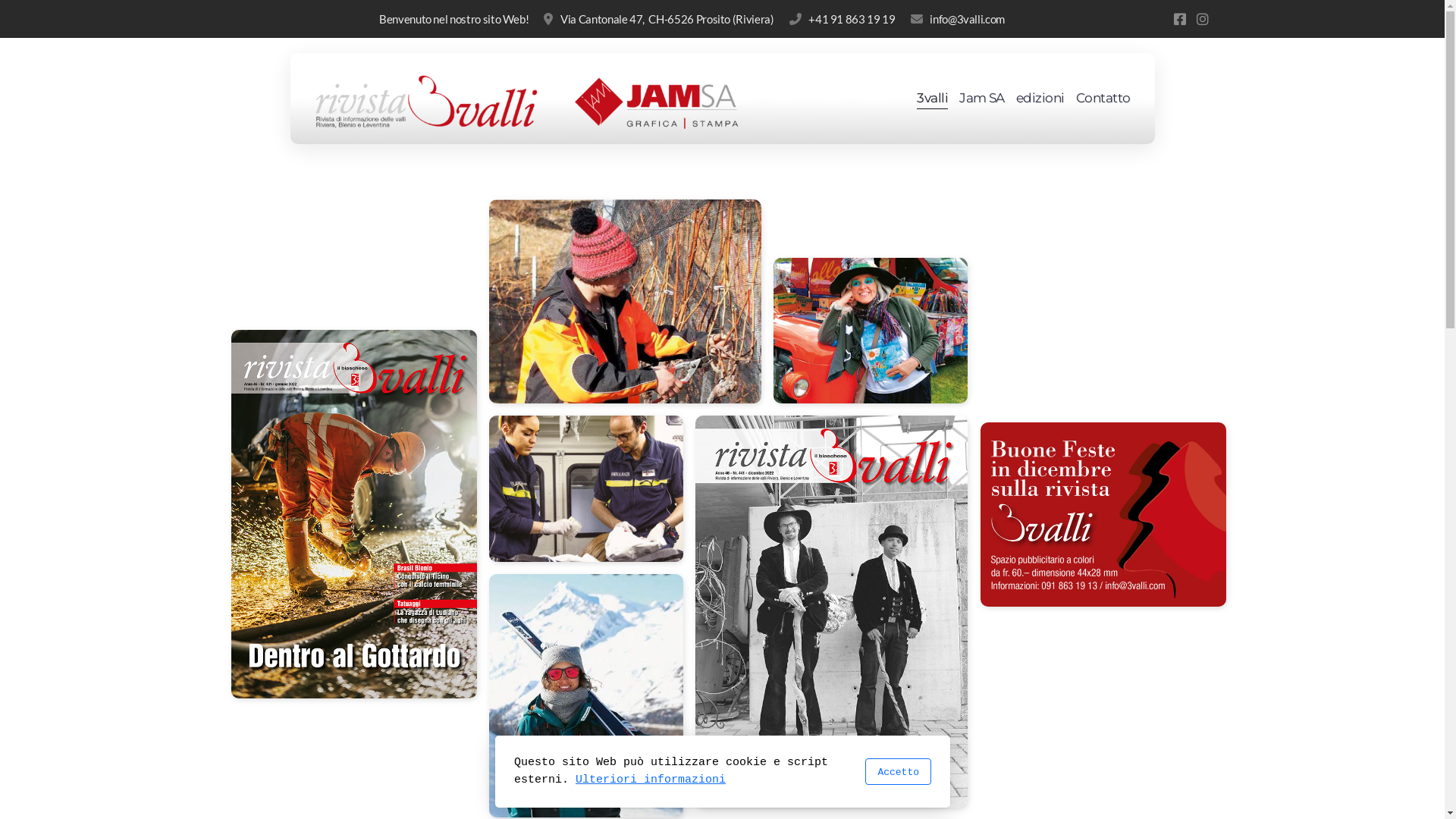  I want to click on '+41 91 863 19 19', so click(841, 18).